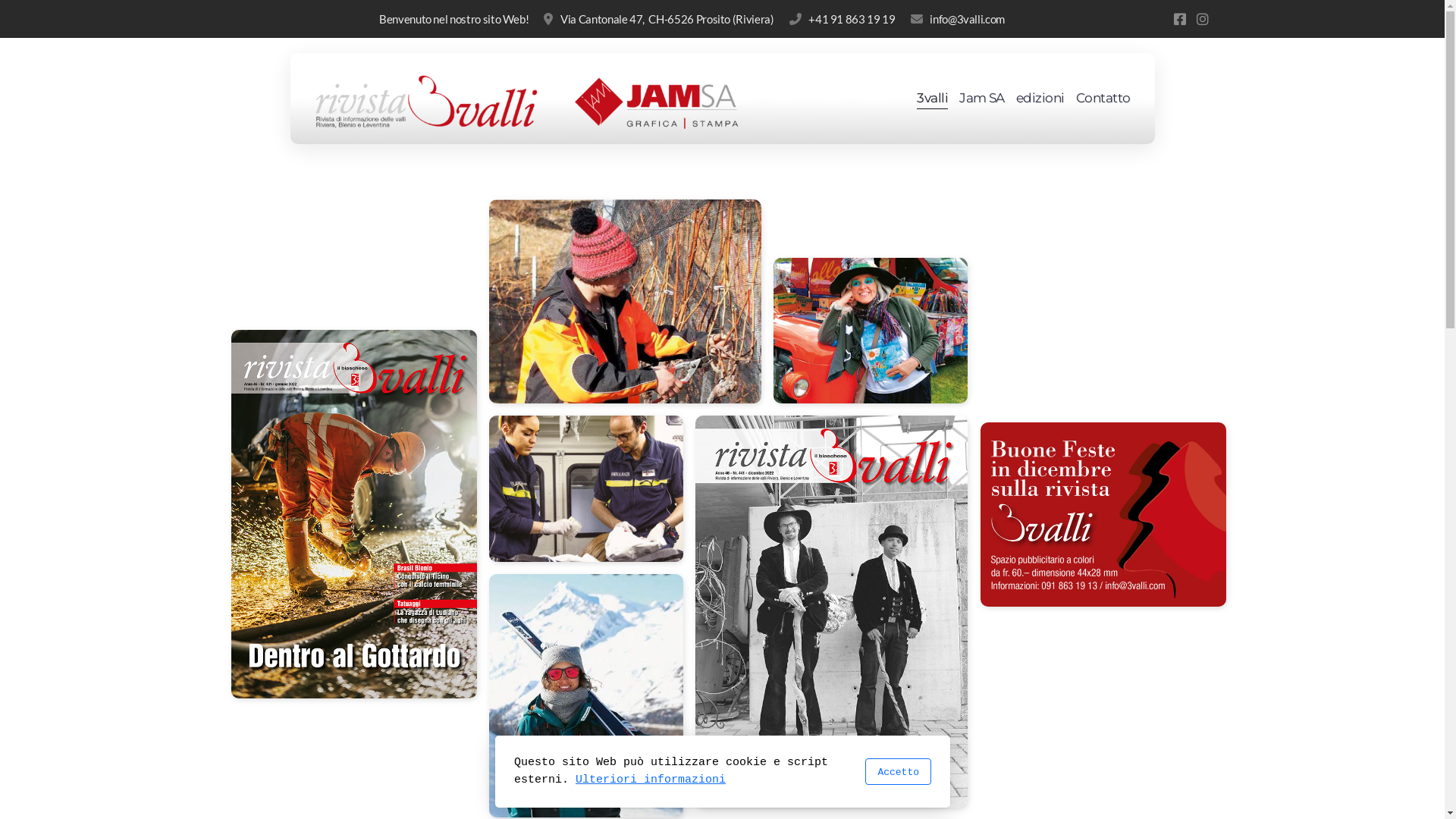  I want to click on '+41 91 863 19 19', so click(841, 18).